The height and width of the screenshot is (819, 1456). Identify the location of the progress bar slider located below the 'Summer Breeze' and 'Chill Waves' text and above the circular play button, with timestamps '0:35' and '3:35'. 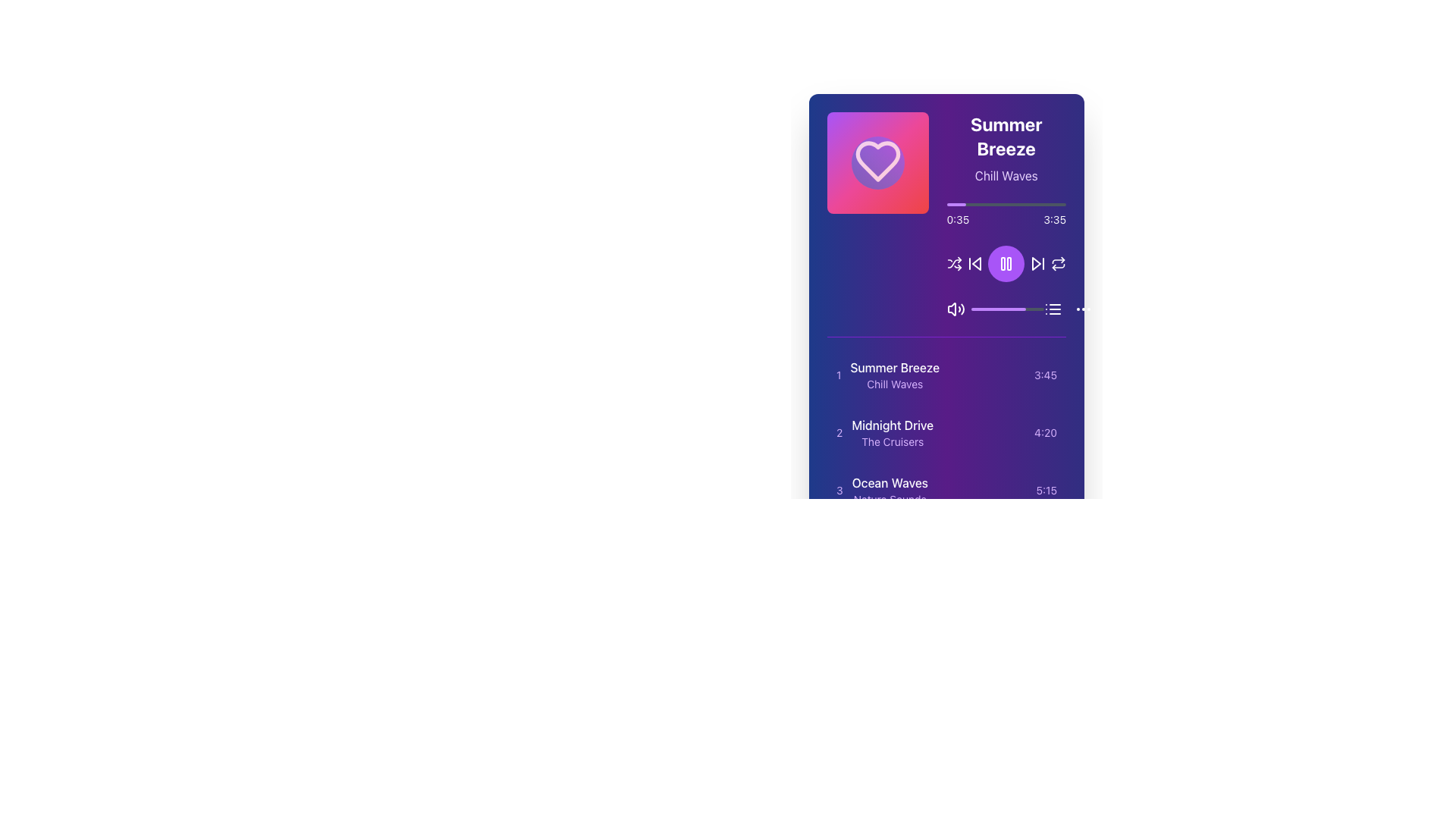
(1006, 215).